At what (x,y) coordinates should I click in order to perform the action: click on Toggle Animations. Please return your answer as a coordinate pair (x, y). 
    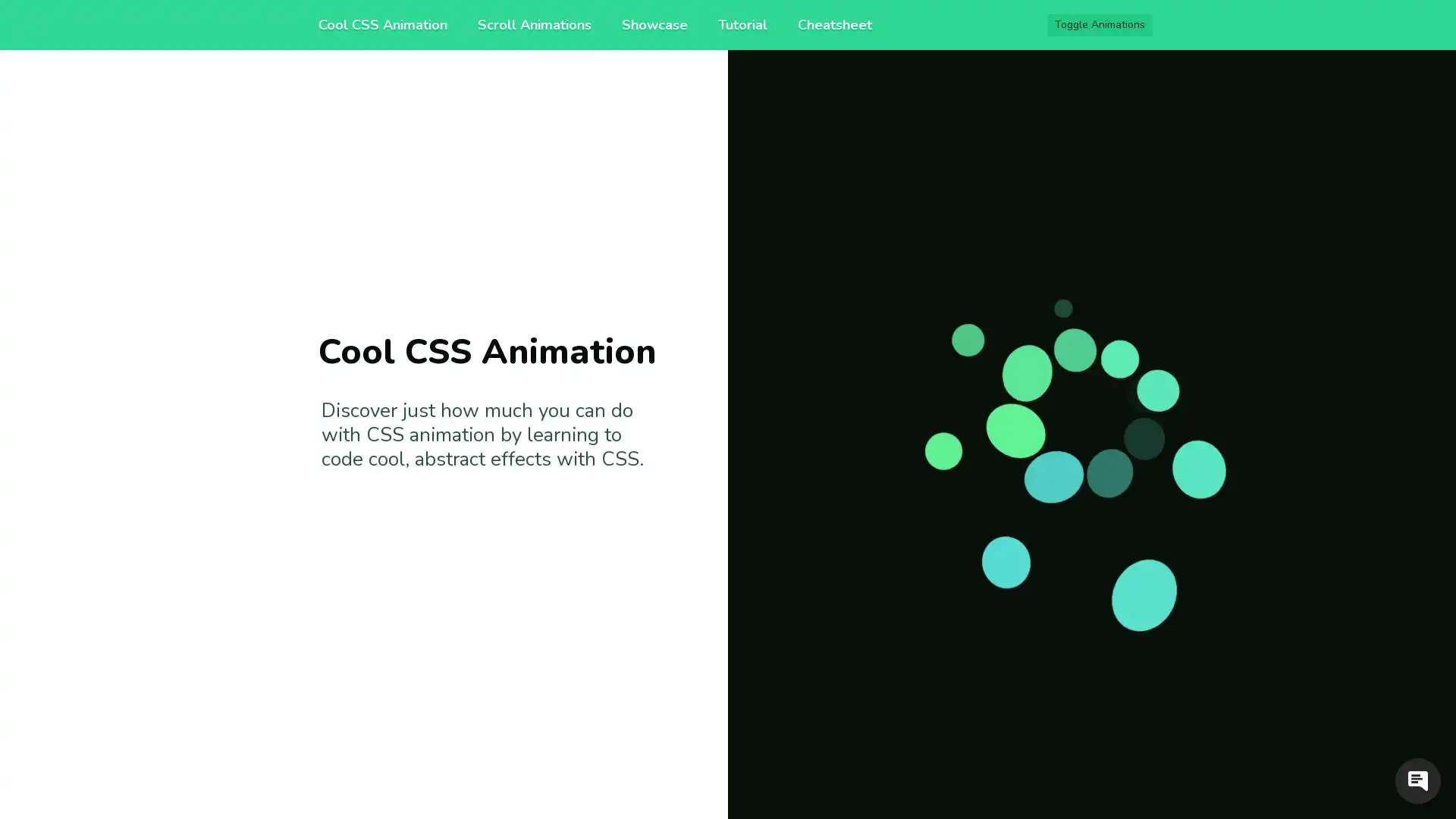
    Looking at the image, I should click on (1100, 25).